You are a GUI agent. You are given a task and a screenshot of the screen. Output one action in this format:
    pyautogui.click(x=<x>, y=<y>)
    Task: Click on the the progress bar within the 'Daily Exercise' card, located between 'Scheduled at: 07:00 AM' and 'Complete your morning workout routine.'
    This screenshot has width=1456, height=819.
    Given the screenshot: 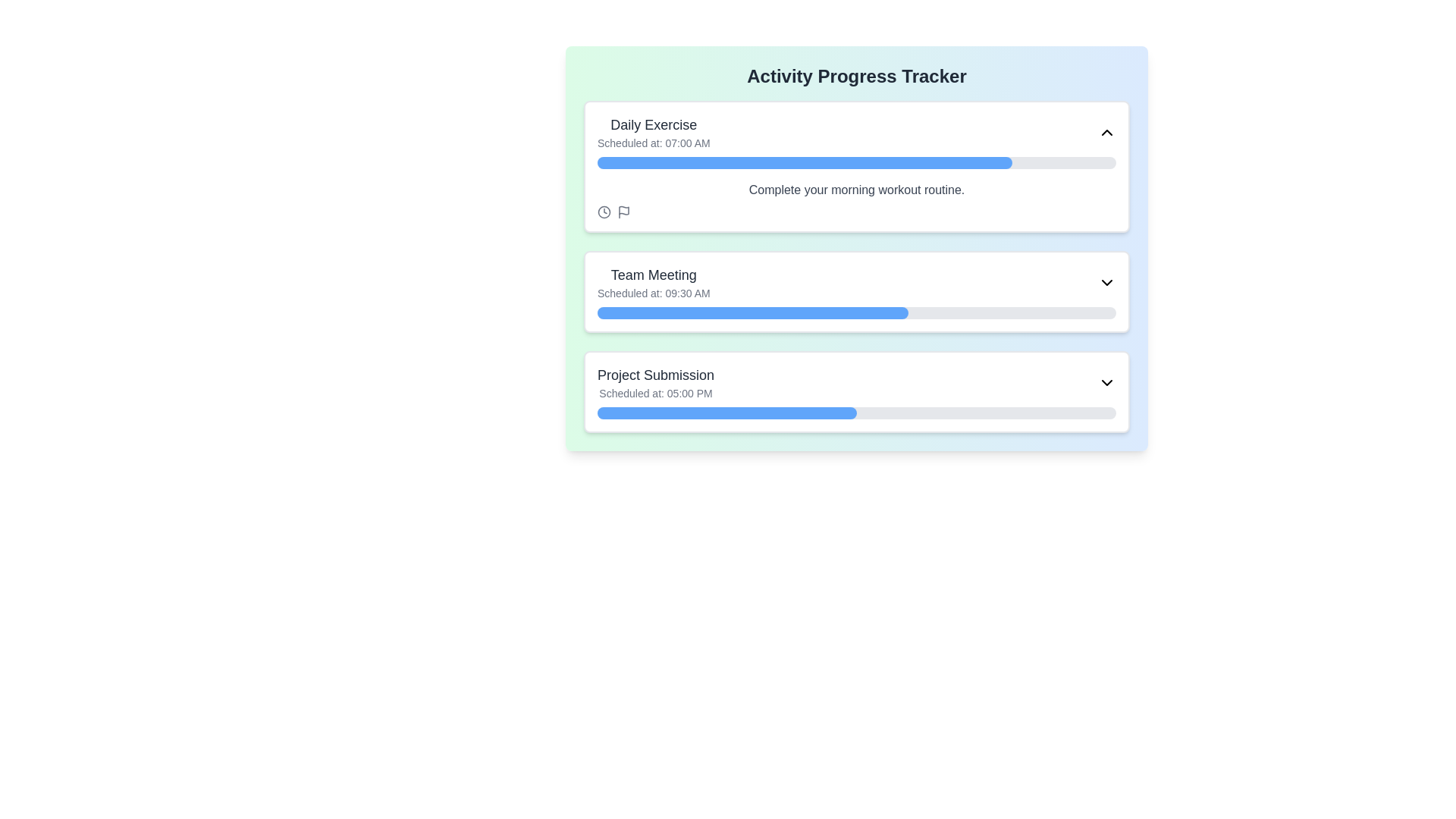 What is the action you would take?
    pyautogui.click(x=856, y=163)
    